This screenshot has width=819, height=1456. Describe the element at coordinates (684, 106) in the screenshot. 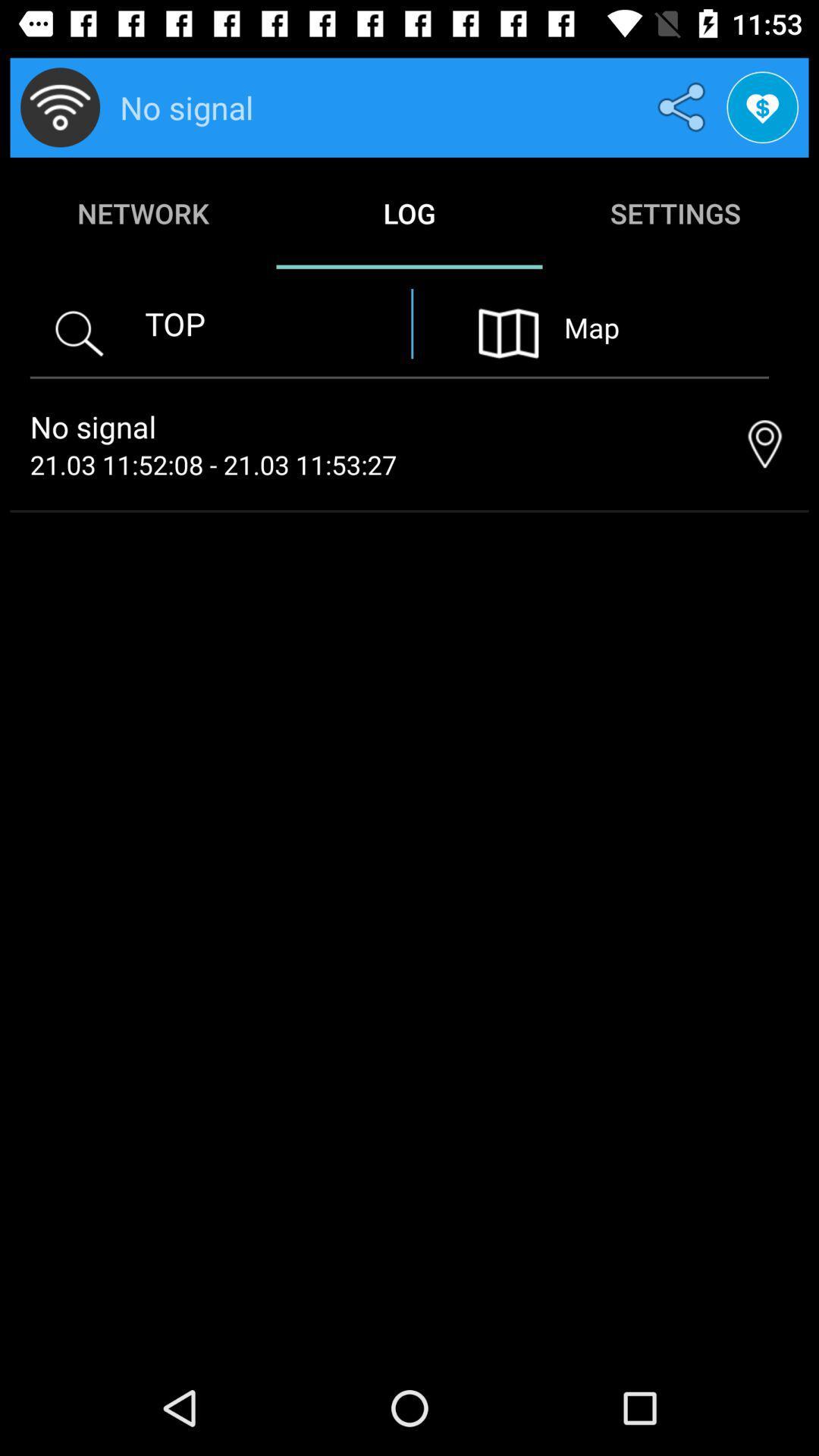

I see `the share icon` at that location.